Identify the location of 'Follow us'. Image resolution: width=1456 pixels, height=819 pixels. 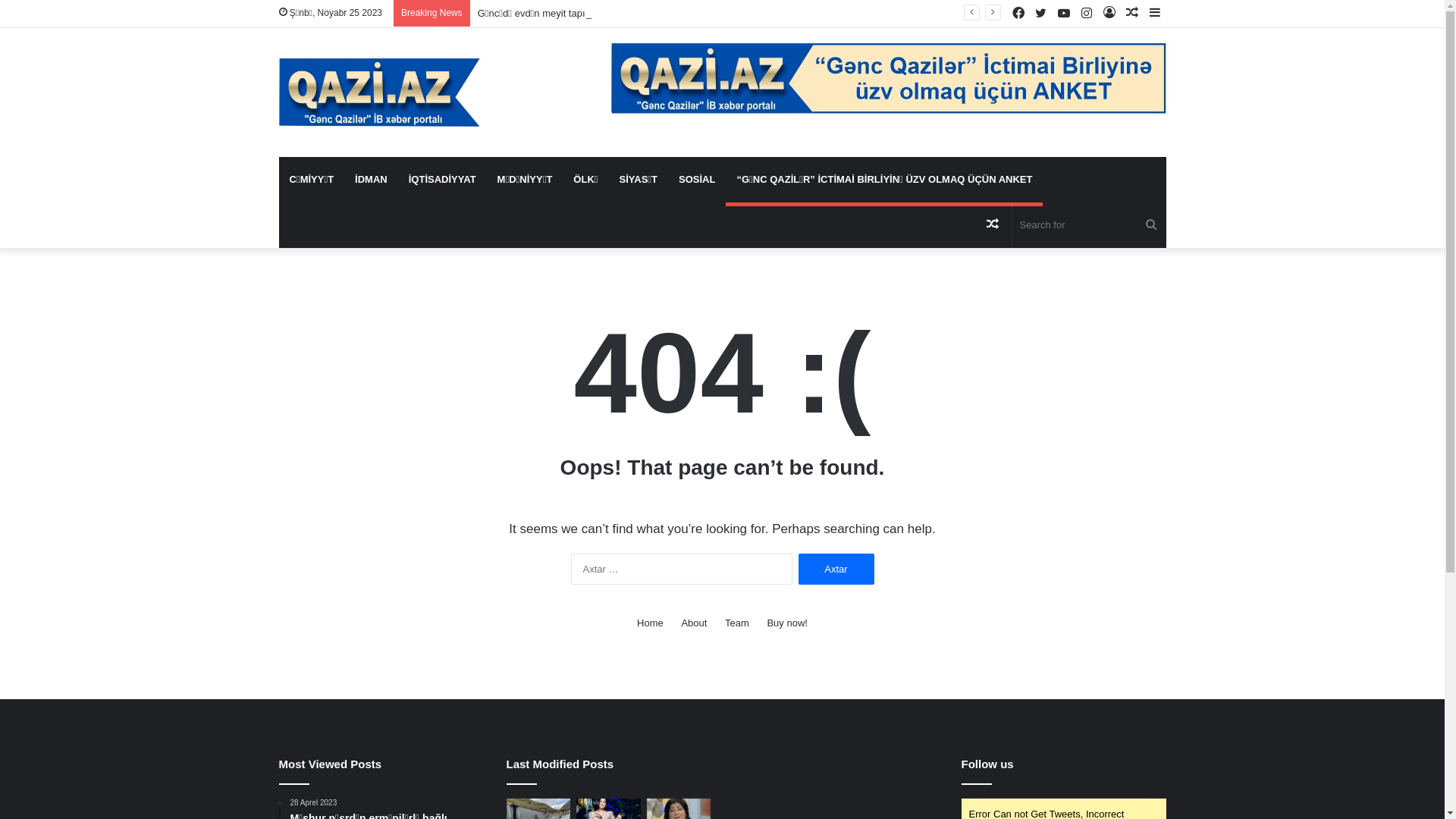
(987, 764).